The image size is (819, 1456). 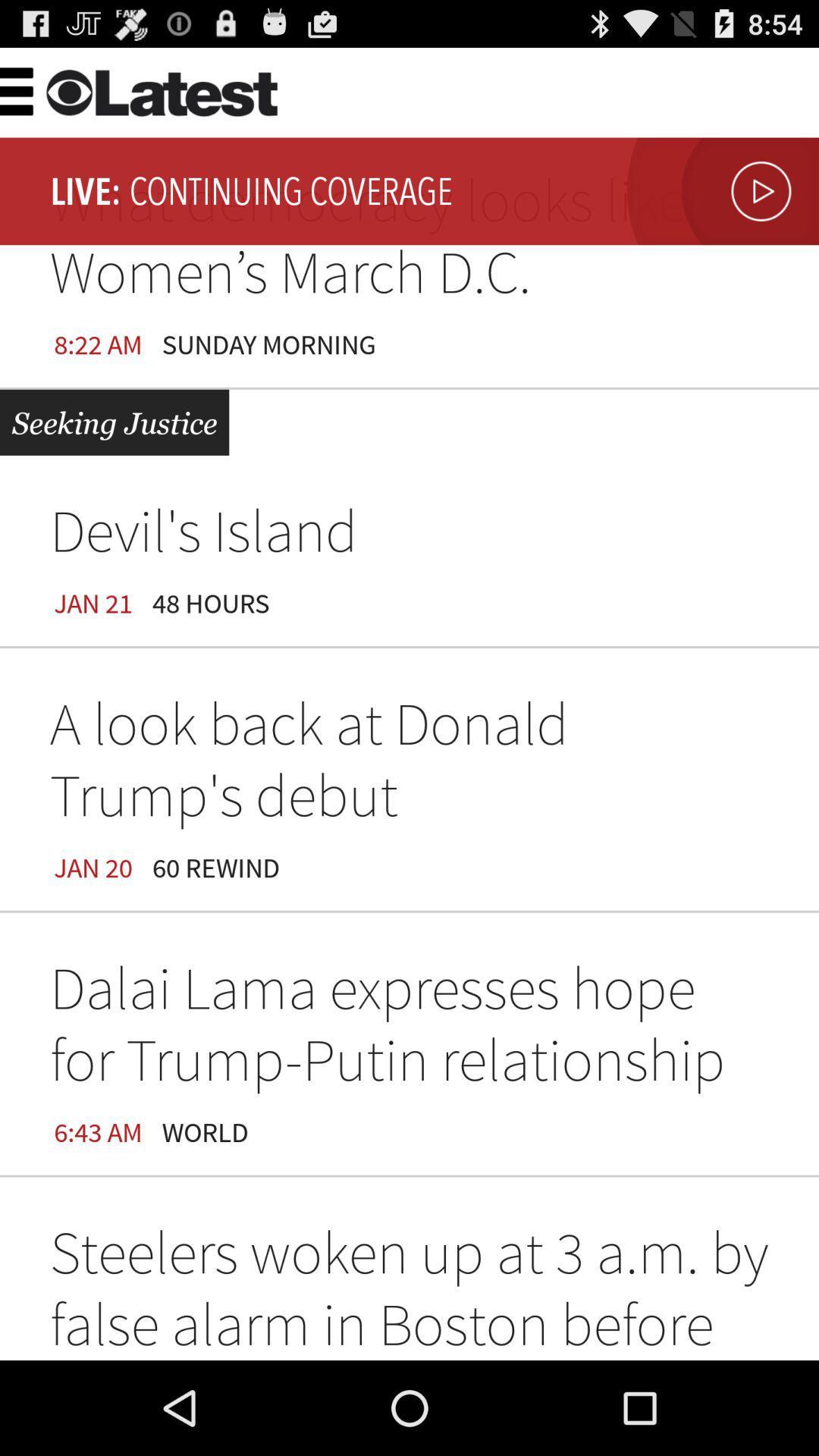 I want to click on the arrow_forward icon, so click(x=718, y=204).